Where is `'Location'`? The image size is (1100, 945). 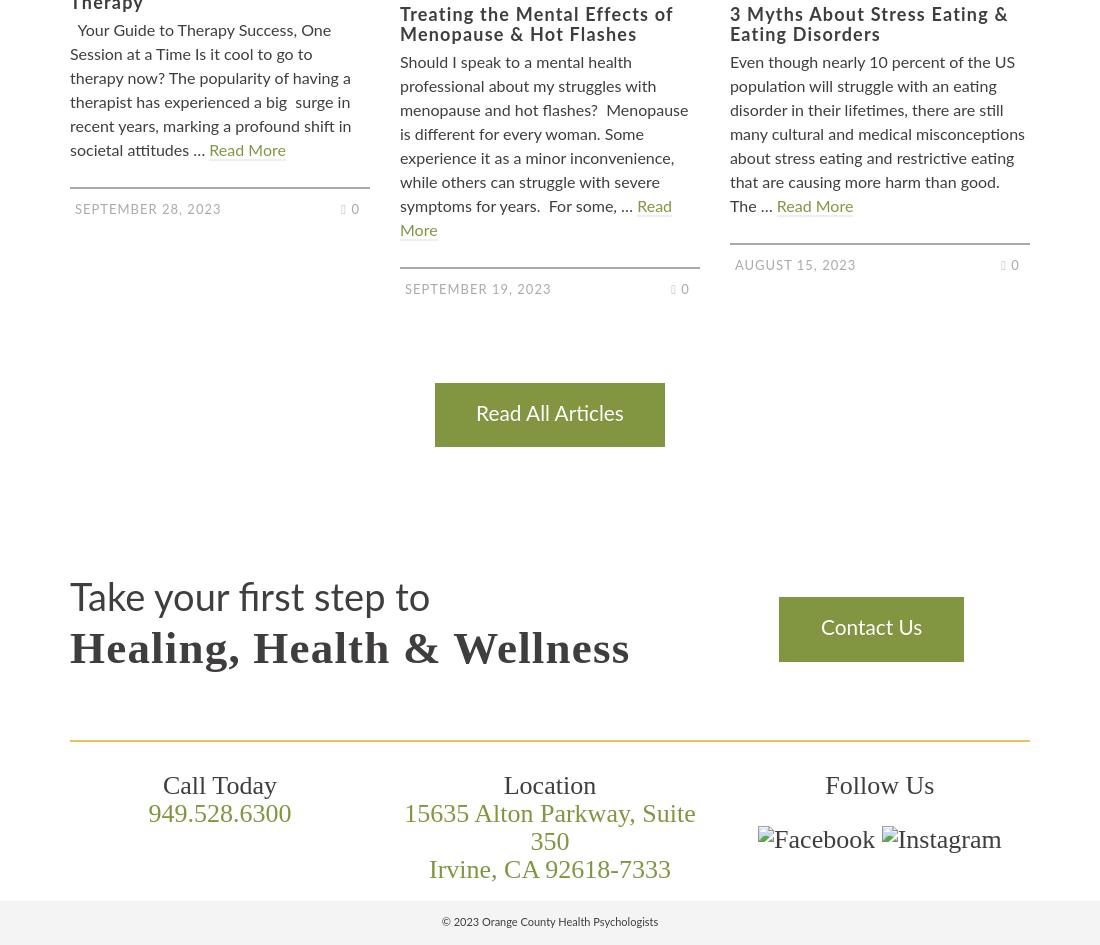
'Location' is located at coordinates (503, 784).